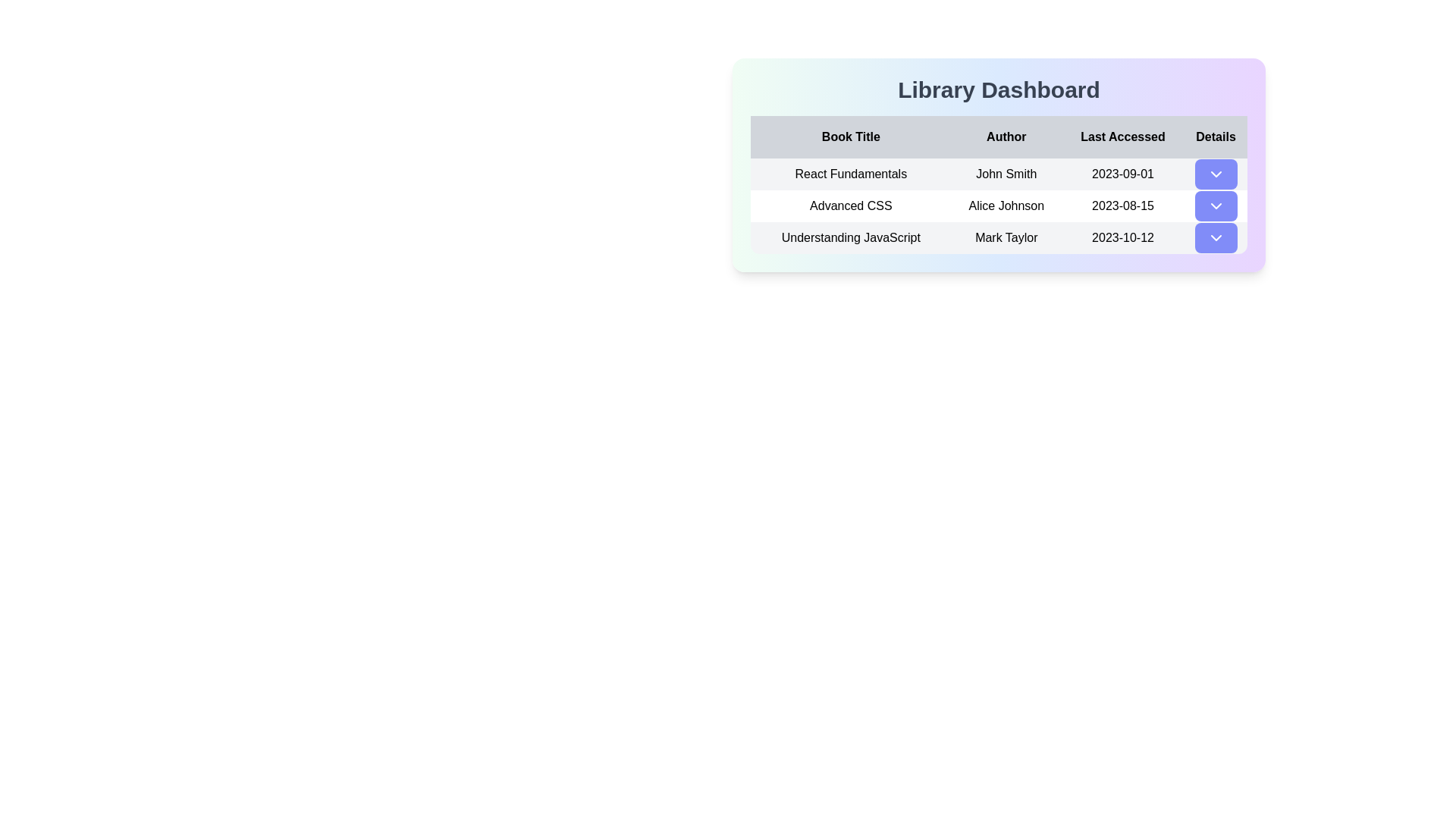  What do you see at coordinates (1216, 206) in the screenshot?
I see `the chevron icon` at bounding box center [1216, 206].